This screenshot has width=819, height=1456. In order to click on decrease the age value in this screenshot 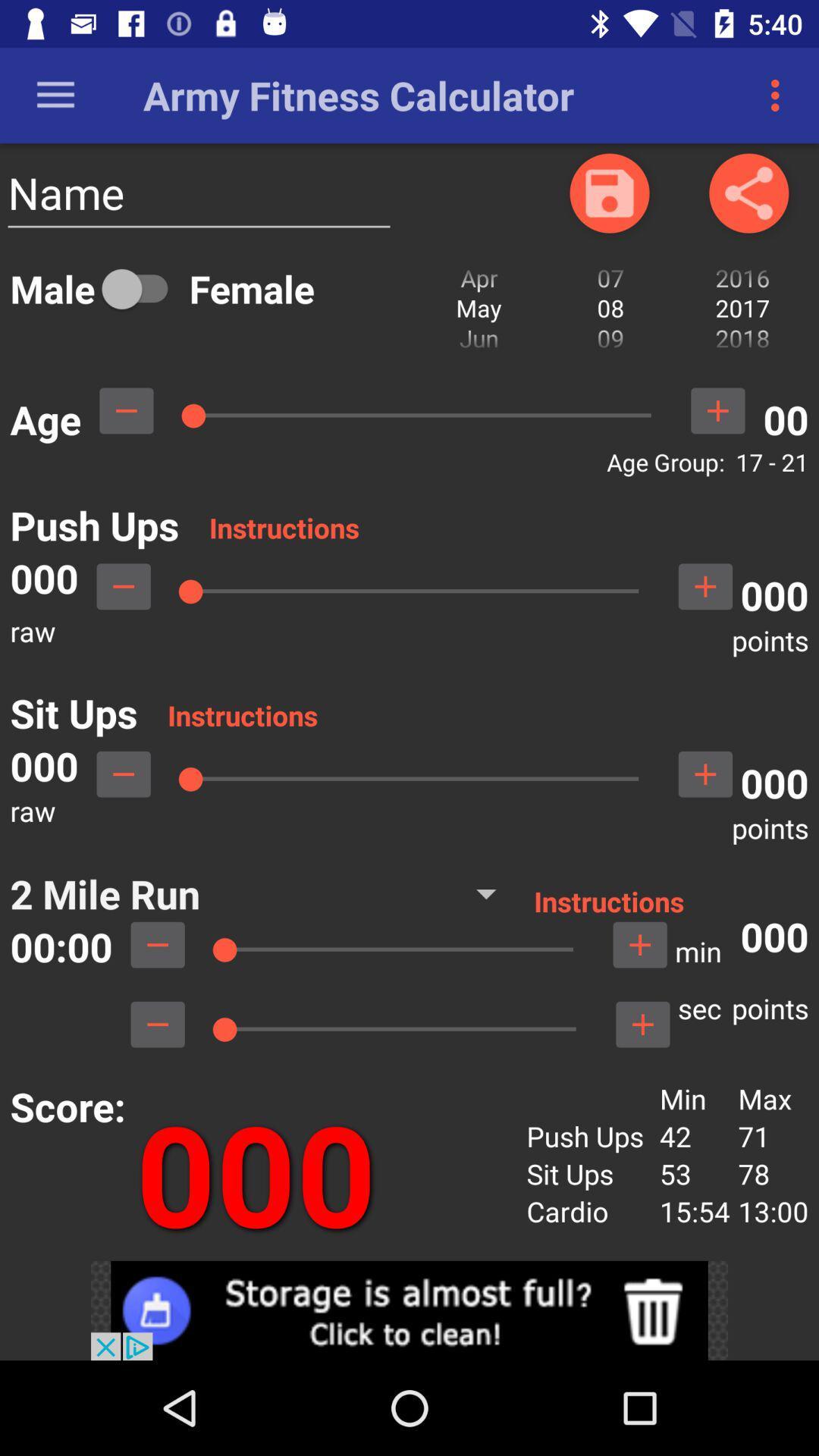, I will do `click(125, 410)`.